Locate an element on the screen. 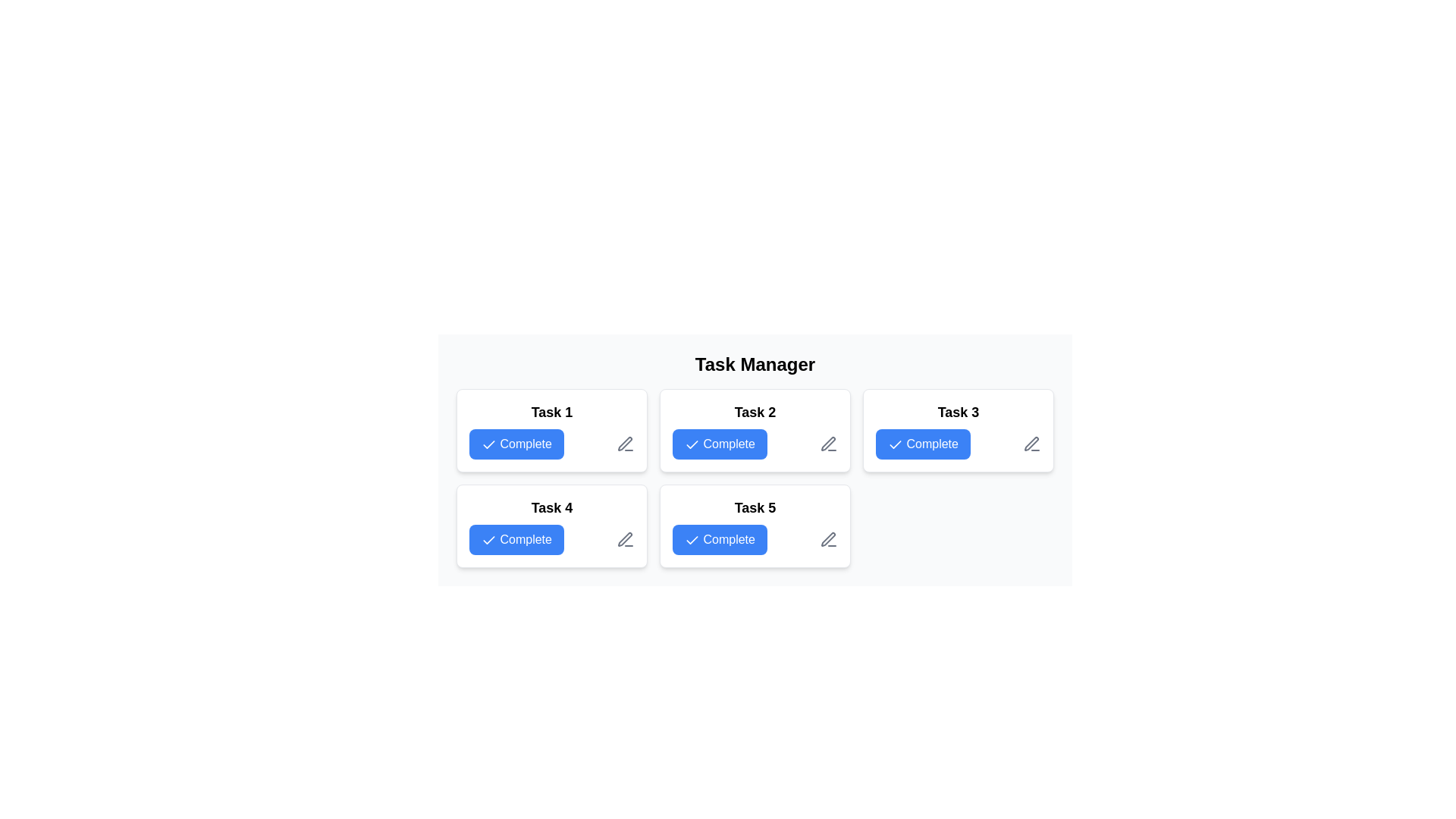 This screenshot has height=819, width=1456. the blue 'Complete' button with a white checkmark icon located in the 'Task 3' card is located at coordinates (957, 444).